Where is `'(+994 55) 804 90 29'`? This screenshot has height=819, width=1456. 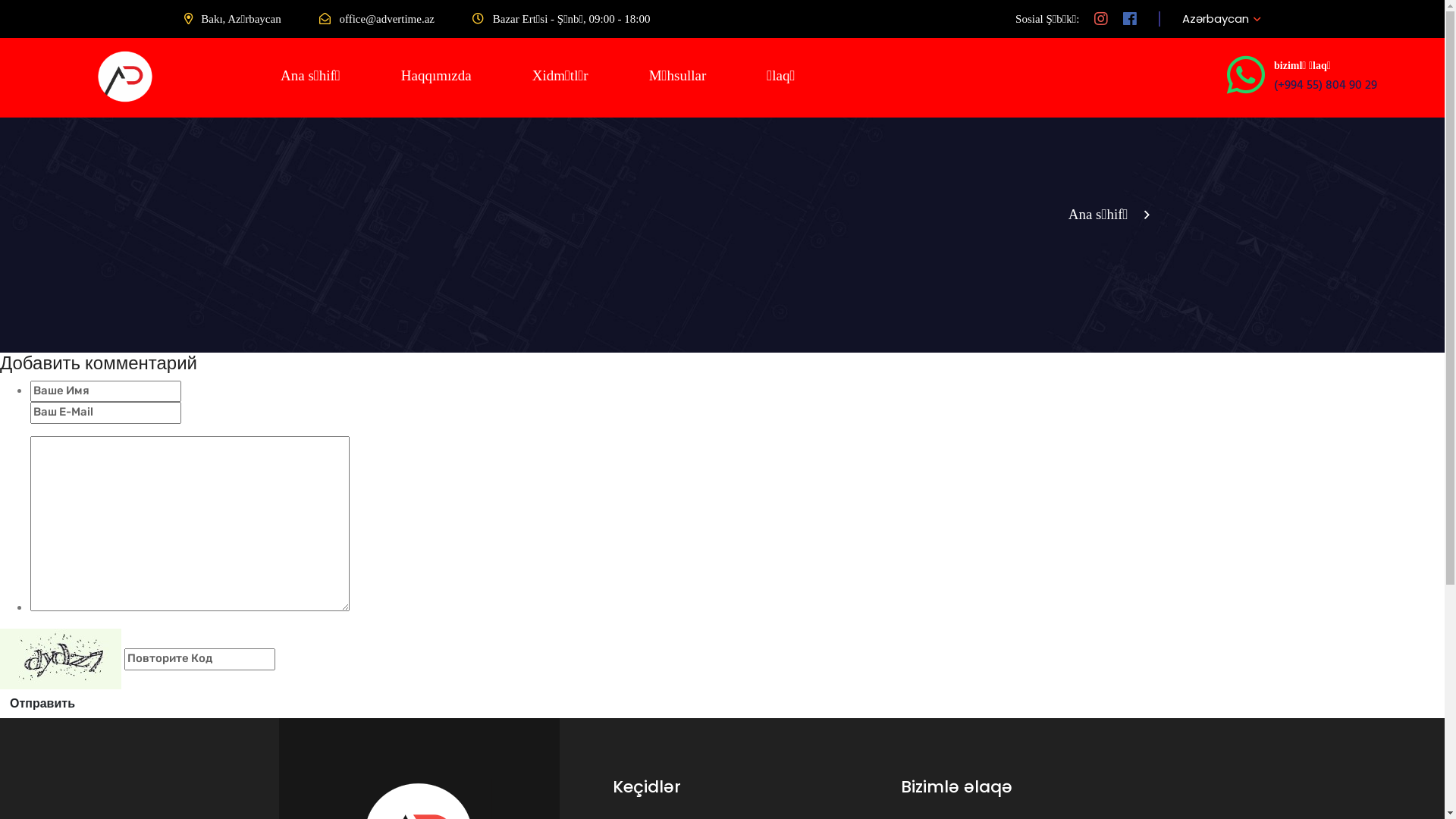 '(+994 55) 804 90 29' is located at coordinates (1324, 85).